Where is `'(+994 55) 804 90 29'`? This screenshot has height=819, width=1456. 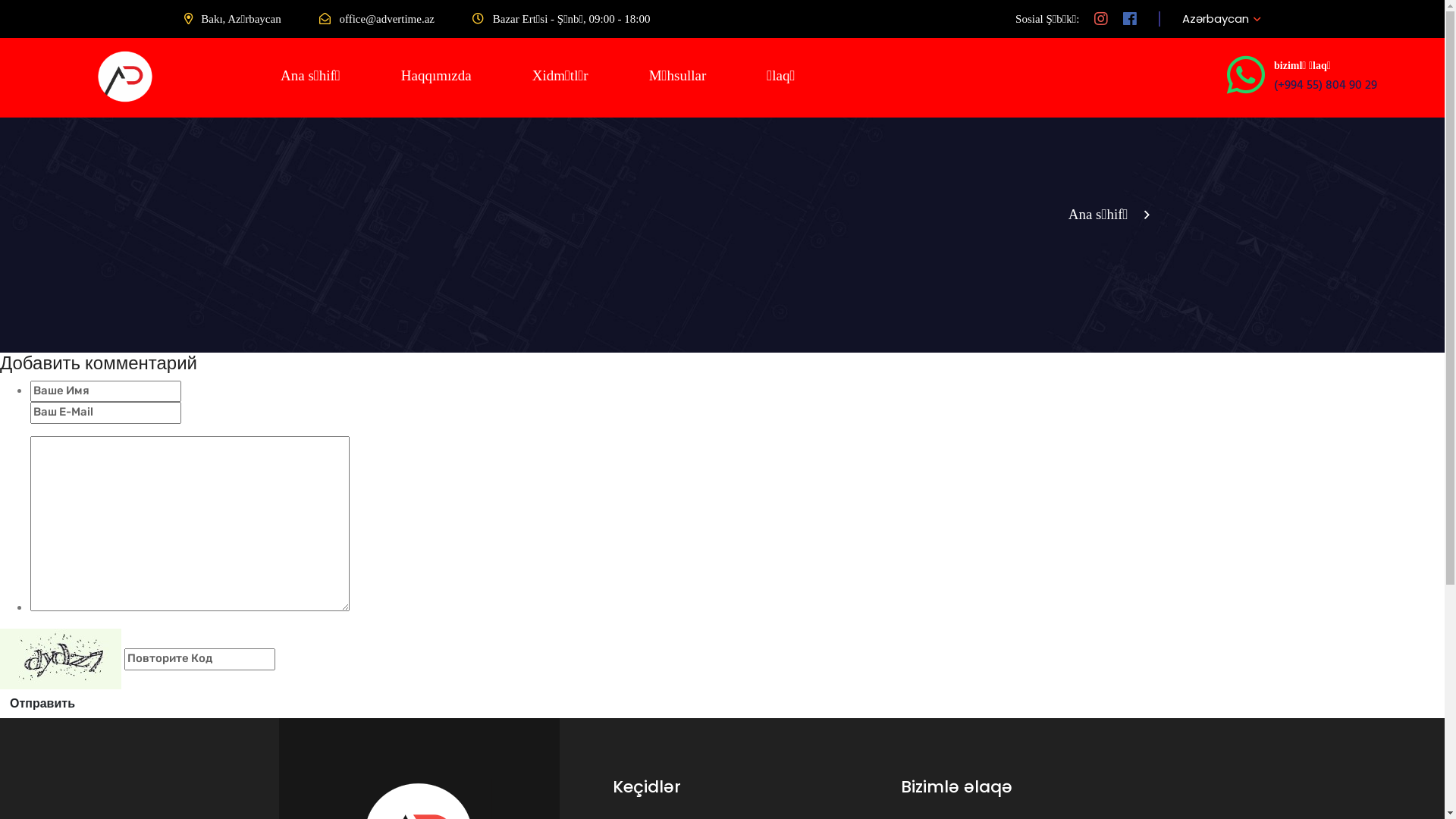 '(+994 55) 804 90 29' is located at coordinates (1324, 85).